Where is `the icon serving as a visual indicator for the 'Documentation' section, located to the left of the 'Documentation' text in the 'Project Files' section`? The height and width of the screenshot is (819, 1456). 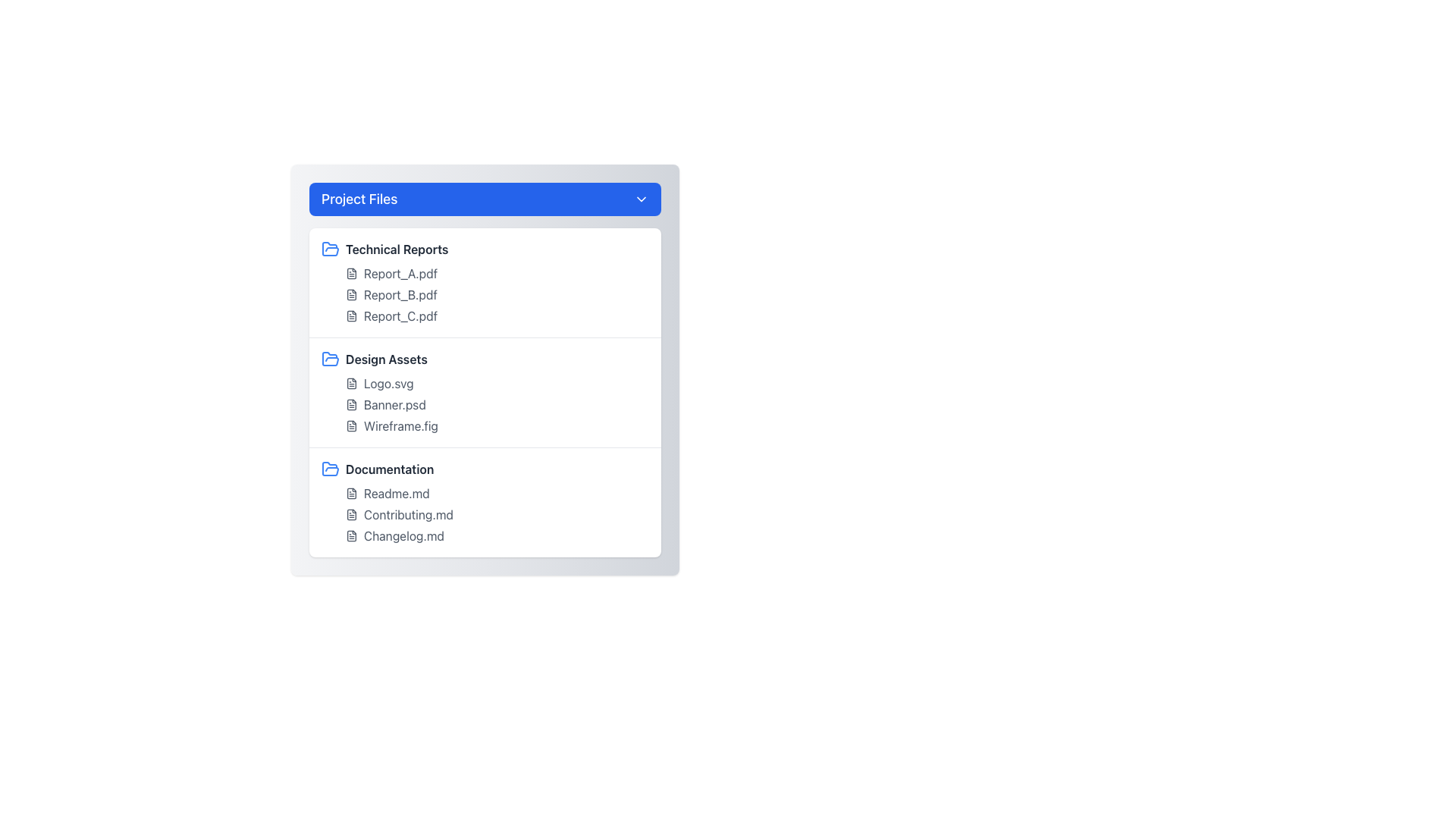
the icon serving as a visual indicator for the 'Documentation' section, located to the left of the 'Documentation' text in the 'Project Files' section is located at coordinates (330, 468).